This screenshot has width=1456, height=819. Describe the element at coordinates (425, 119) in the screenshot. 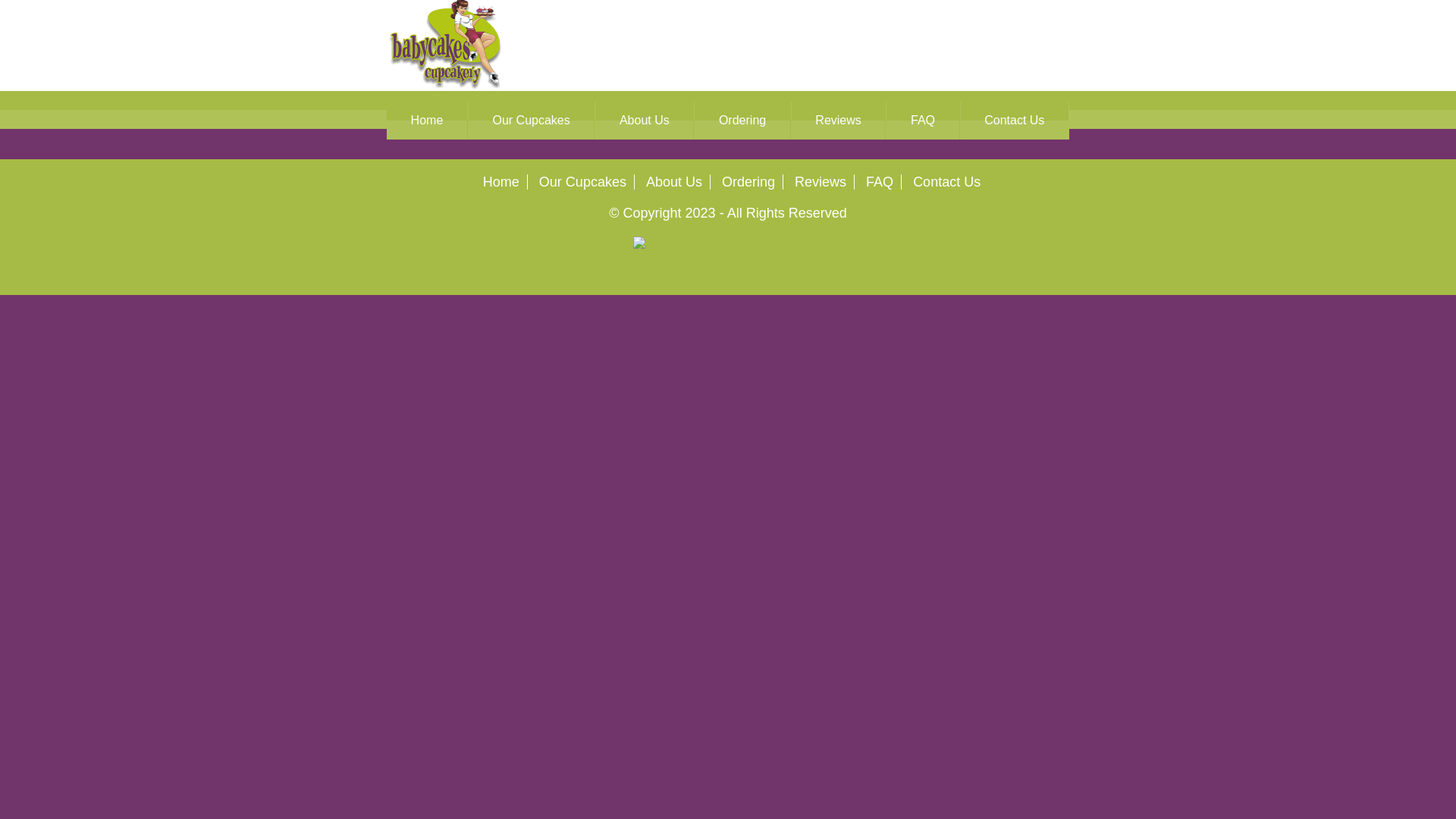

I see `'Home'` at that location.